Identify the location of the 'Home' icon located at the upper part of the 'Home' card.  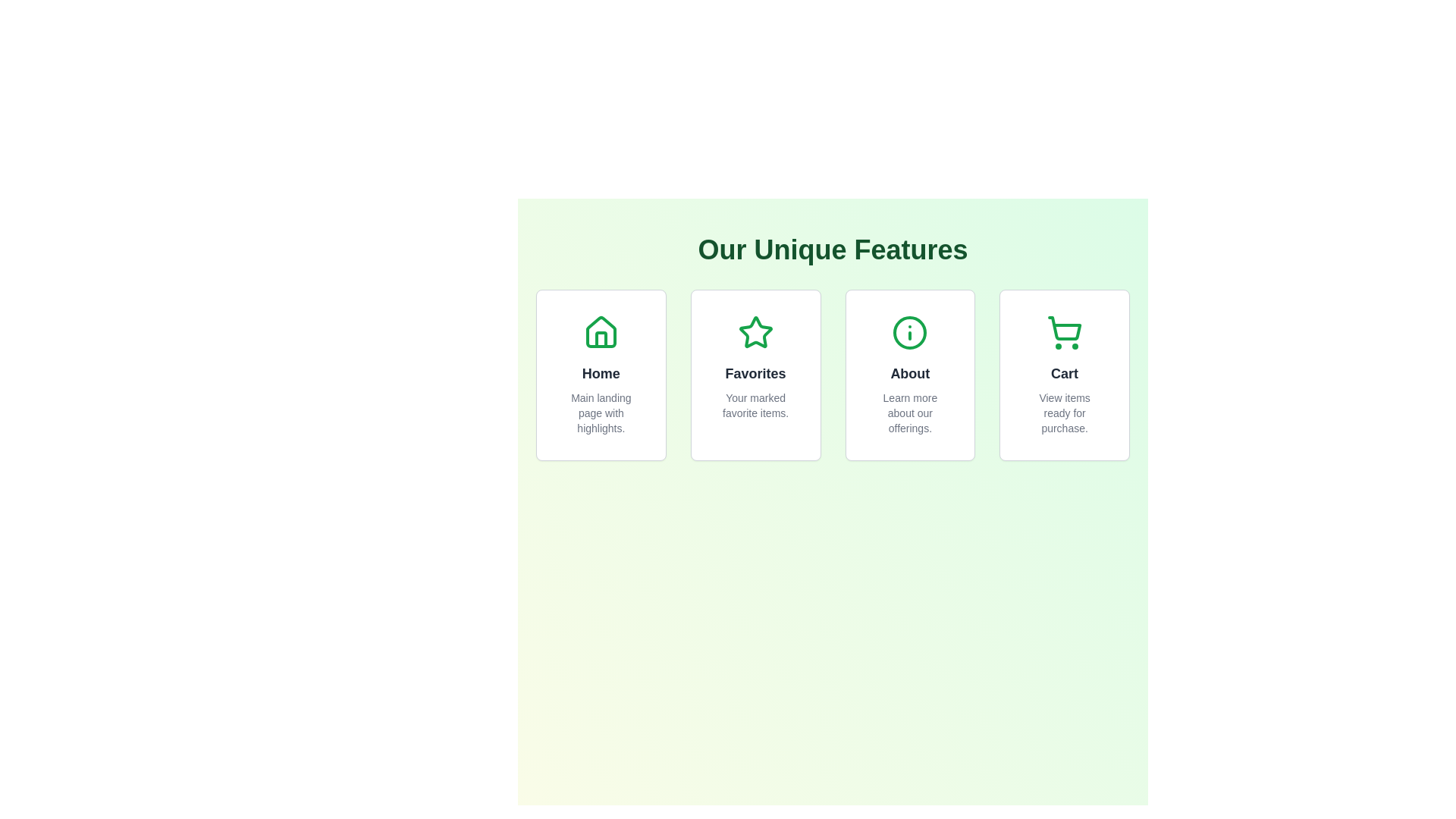
(600, 332).